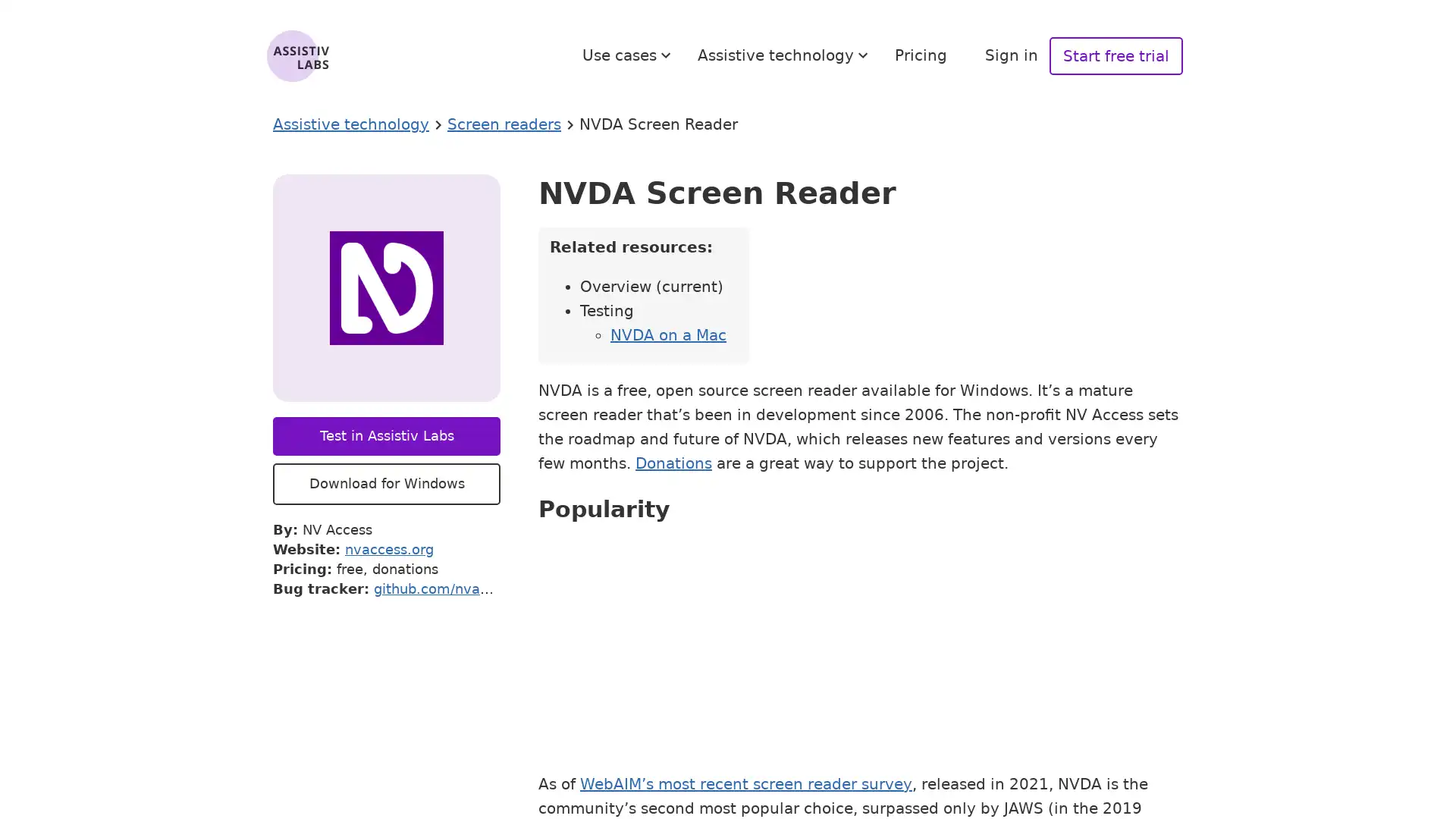 The width and height of the screenshot is (1456, 819). What do you see at coordinates (629, 55) in the screenshot?
I see `Use cases` at bounding box center [629, 55].